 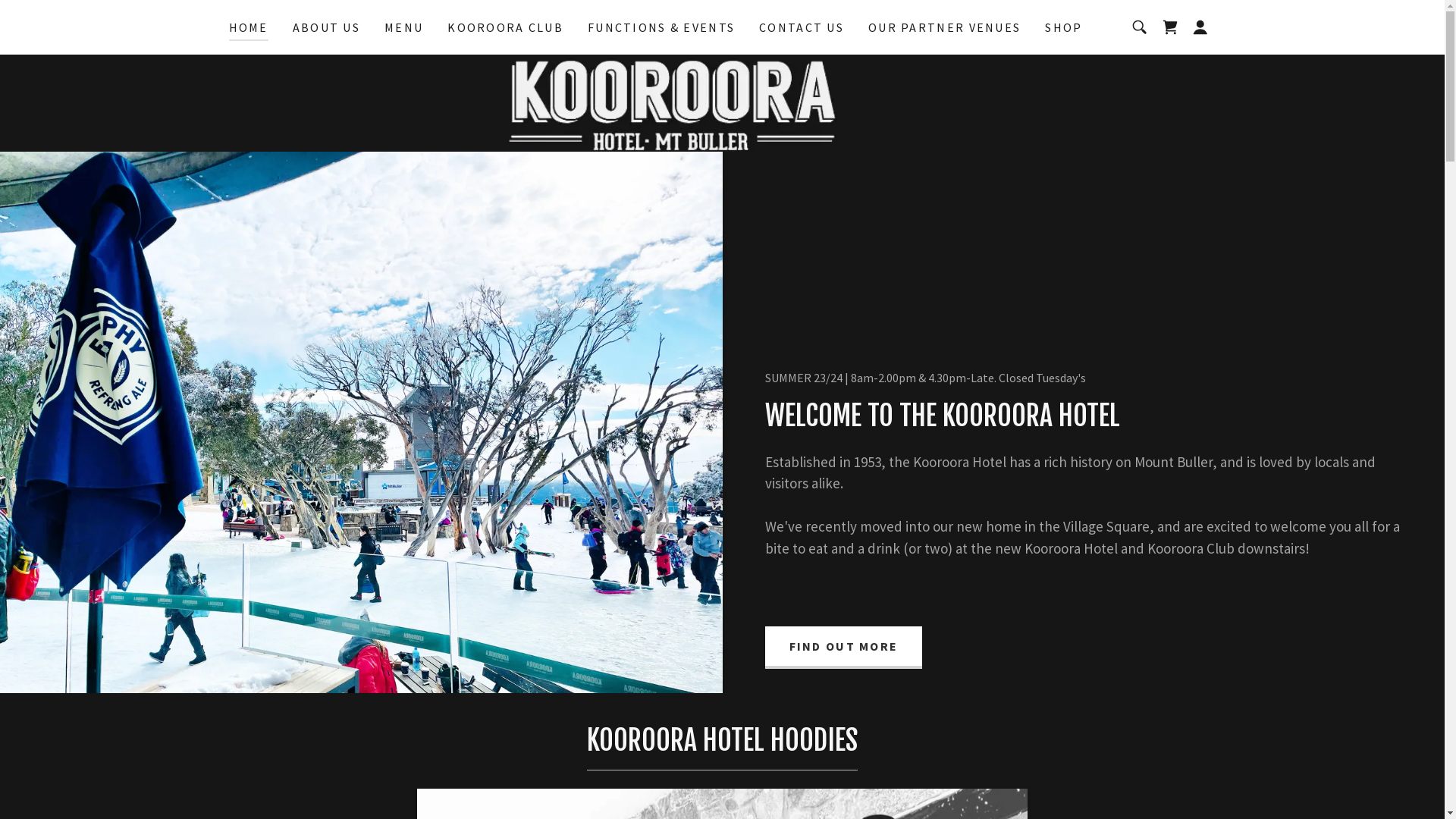 I want to click on 'KOOROORA CLUB', so click(x=505, y=27).